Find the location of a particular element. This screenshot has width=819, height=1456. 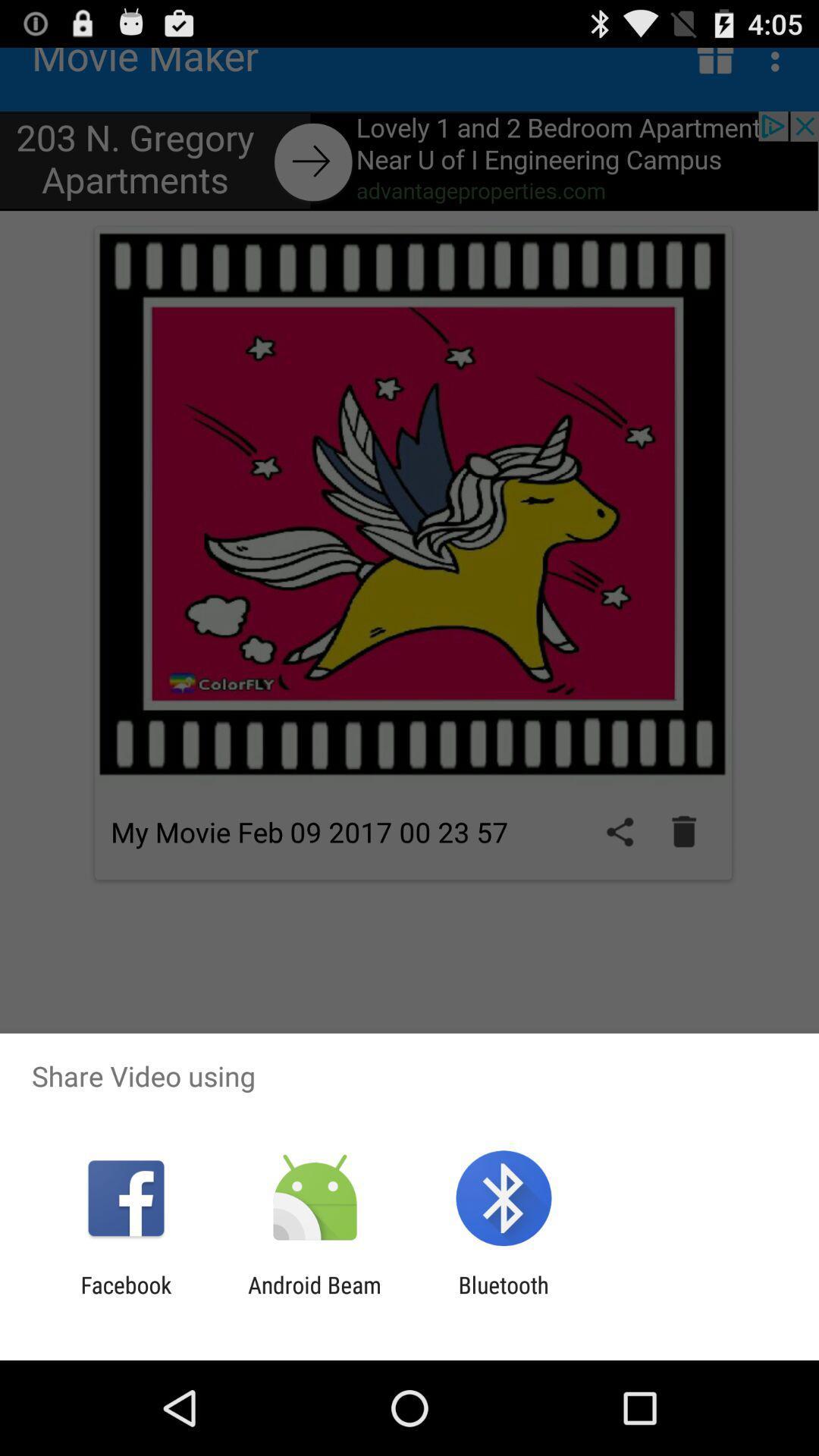

icon next to the bluetooth app is located at coordinates (314, 1298).